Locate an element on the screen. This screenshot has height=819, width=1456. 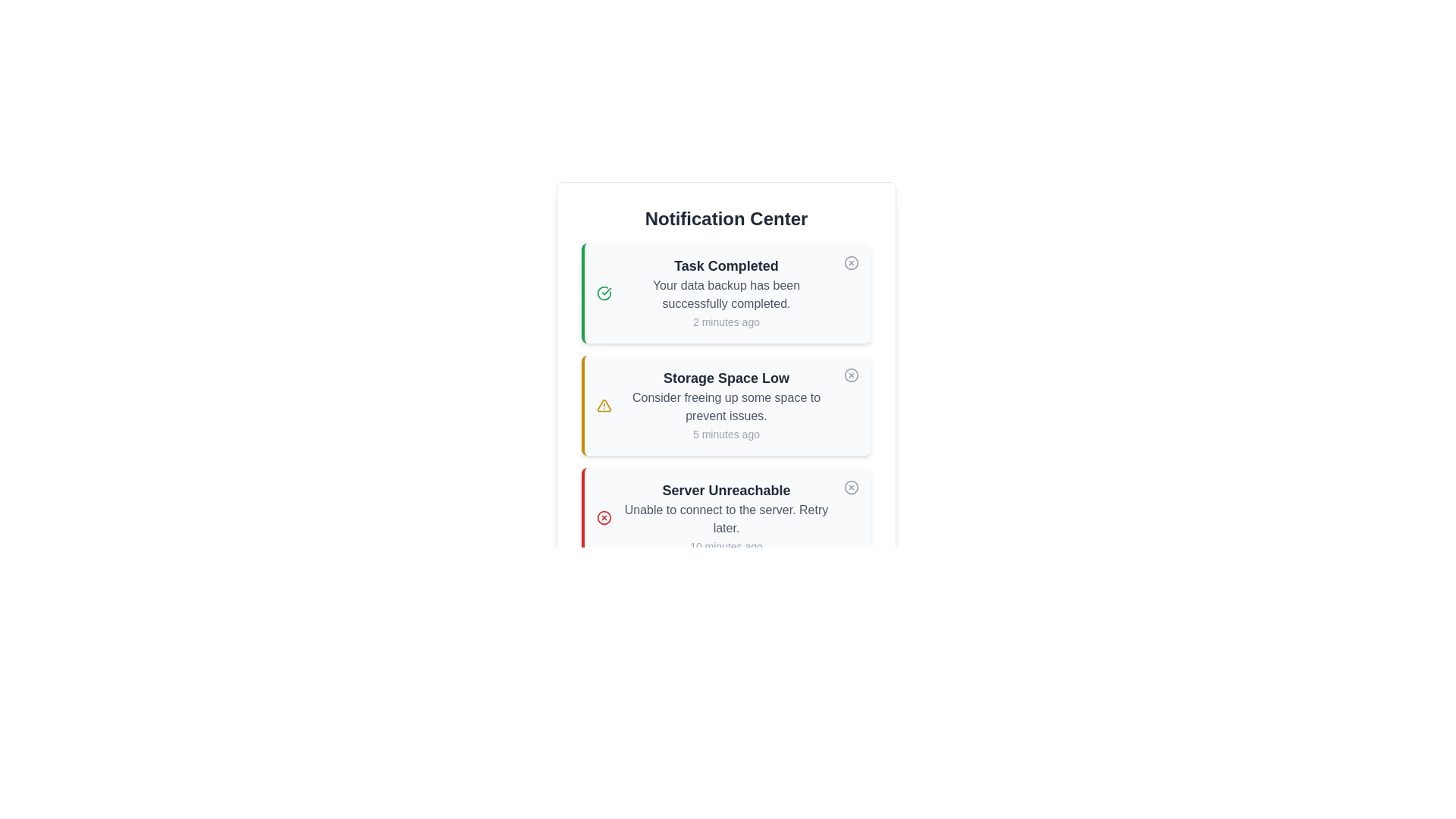
the Notification card that indicates a server connection issue, positioned centrally below the 'Storage Space Low' notification in the vertical list of notifications is located at coordinates (726, 516).